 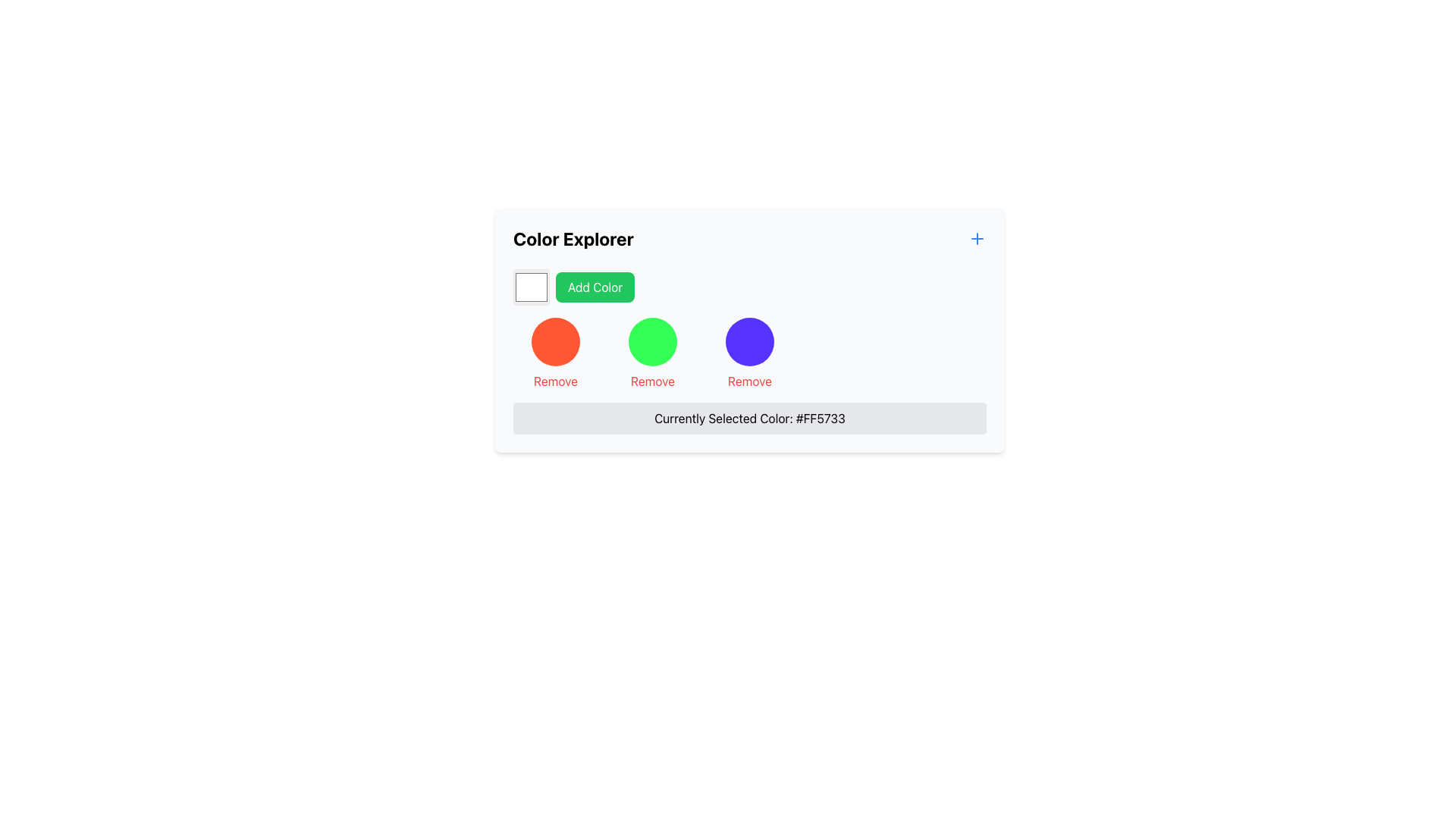 What do you see at coordinates (595, 287) in the screenshot?
I see `the 'Add Color' button located immediately to the right of the square color input field in the top-left section of the interface, below the 'Color Explorer' heading` at bounding box center [595, 287].